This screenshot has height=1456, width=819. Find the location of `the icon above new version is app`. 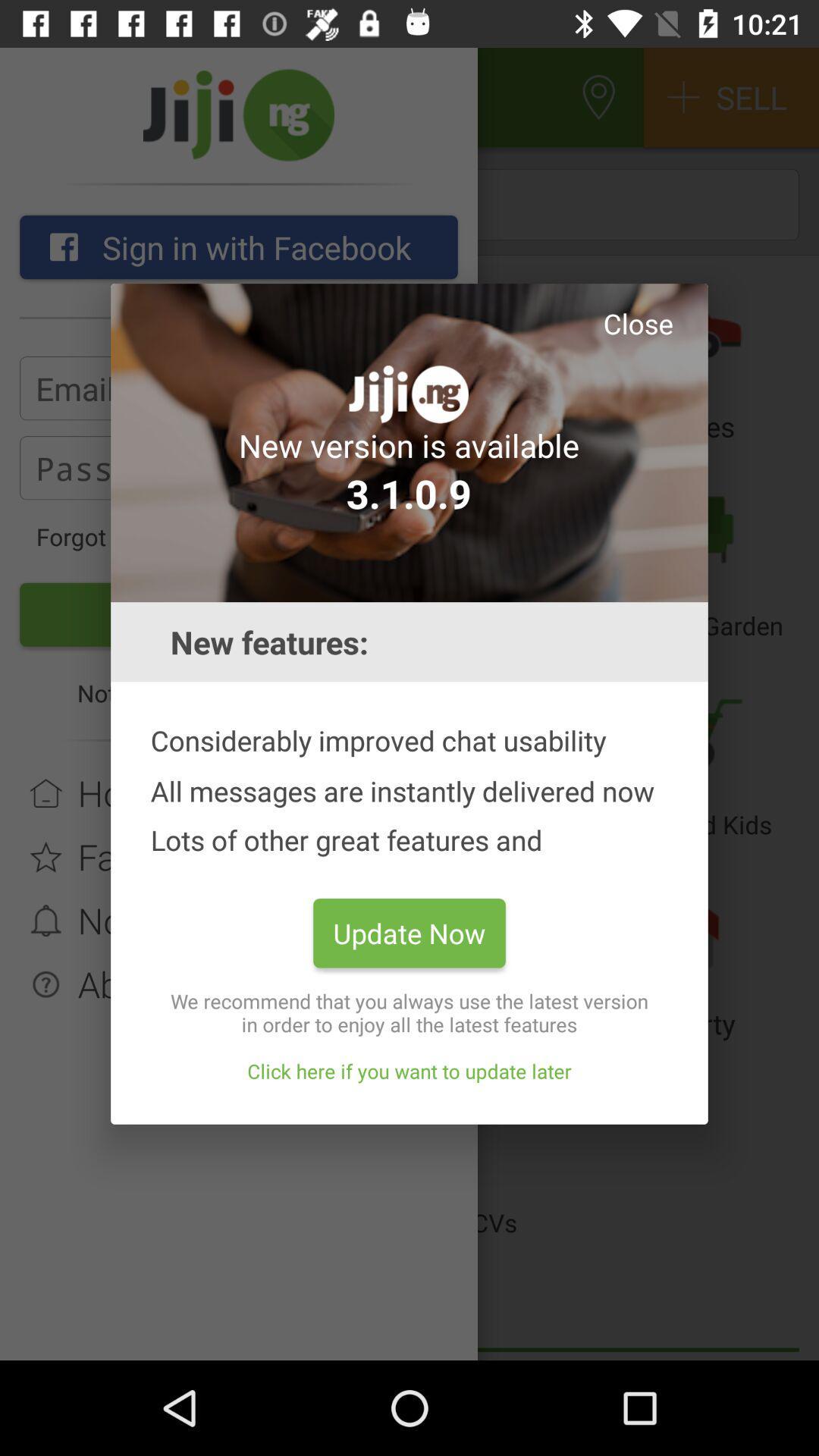

the icon above new version is app is located at coordinates (638, 322).